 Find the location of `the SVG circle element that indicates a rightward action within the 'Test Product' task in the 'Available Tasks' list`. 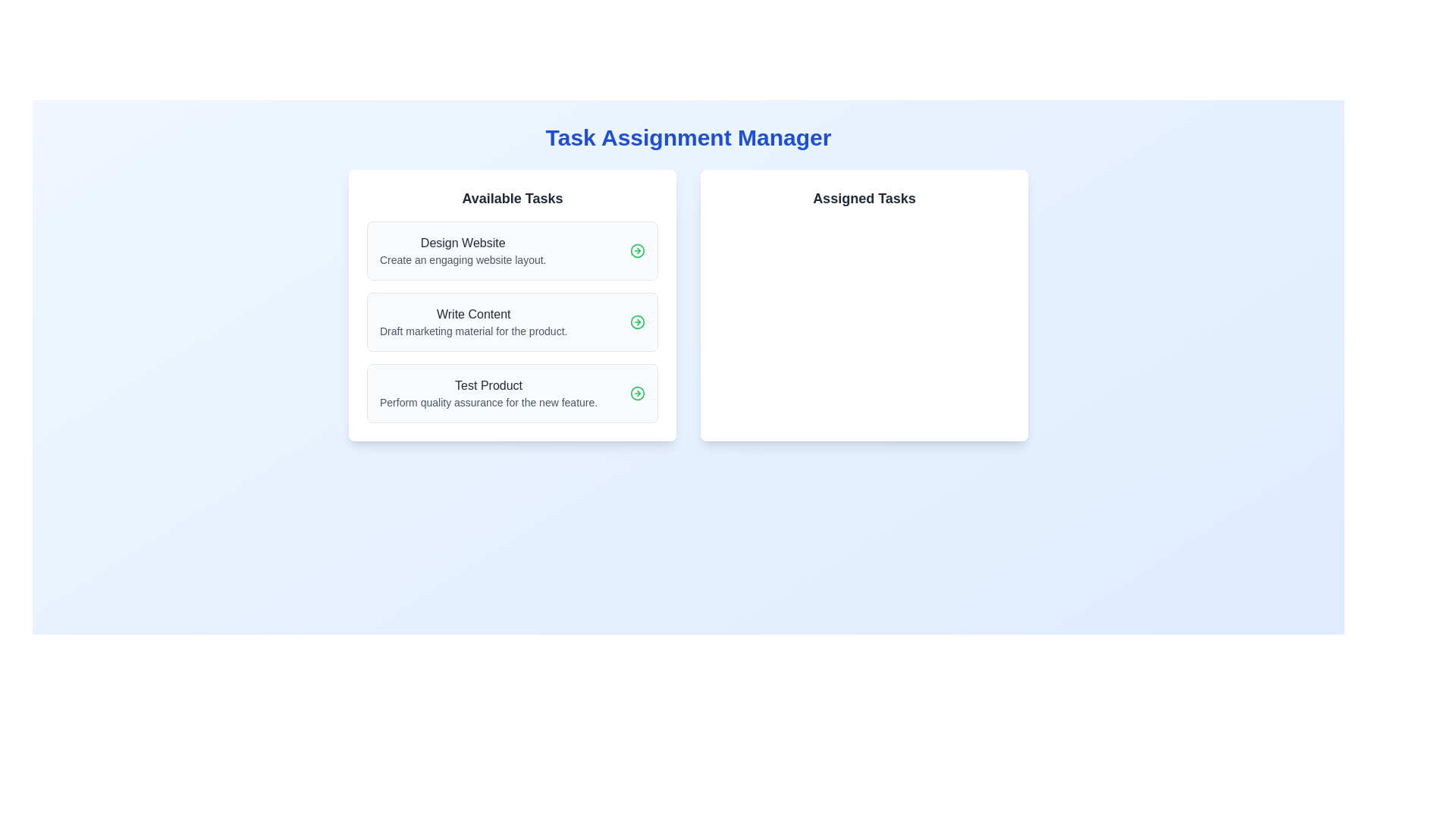

the SVG circle element that indicates a rightward action within the 'Test Product' task in the 'Available Tasks' list is located at coordinates (637, 391).